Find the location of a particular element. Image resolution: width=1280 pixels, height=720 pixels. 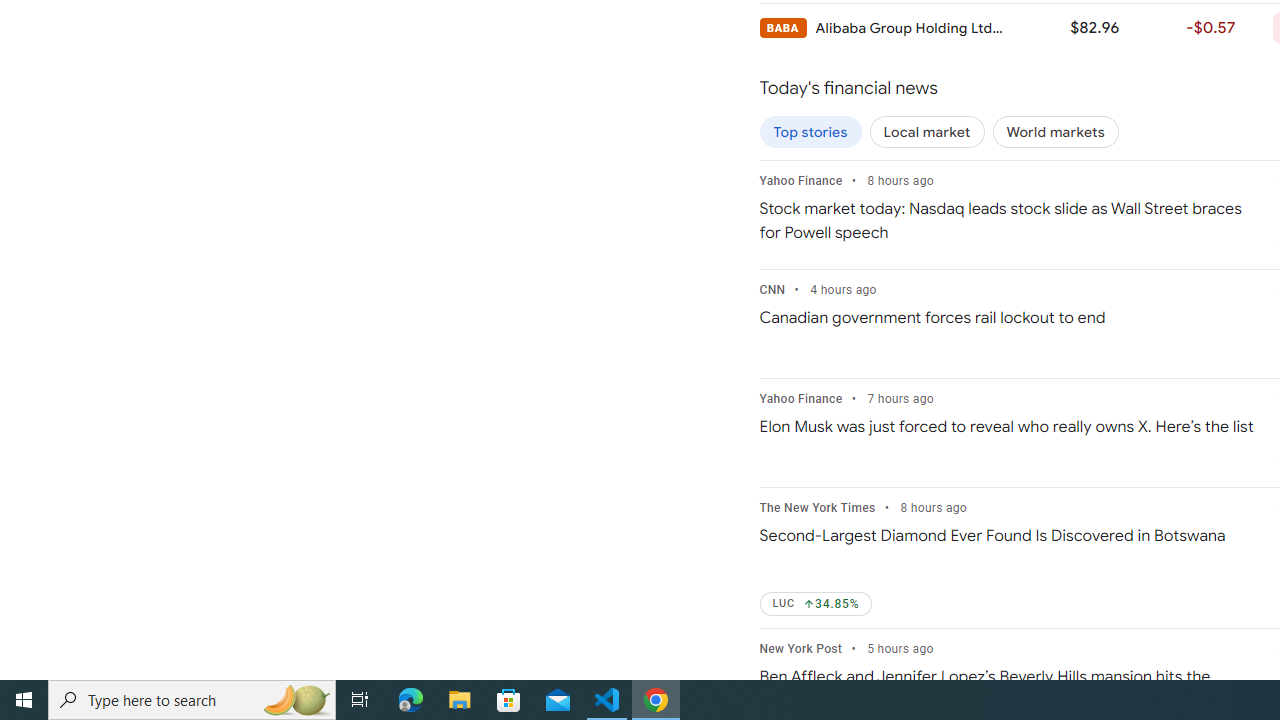

'Local market' is located at coordinates (926, 132).